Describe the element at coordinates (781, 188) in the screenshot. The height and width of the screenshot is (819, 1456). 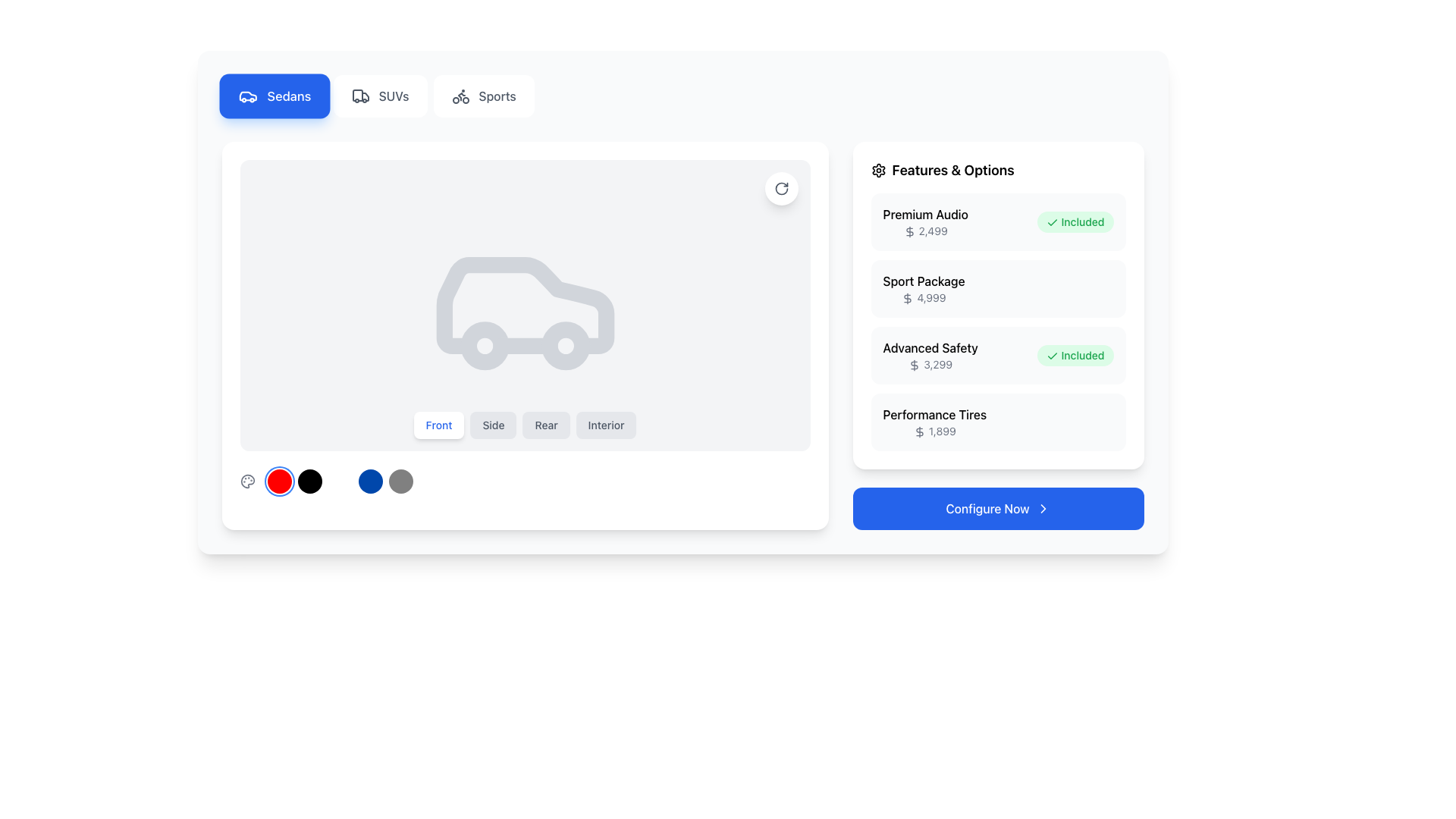
I see `the circular button with a white background and a gray outline featuring a clockwise rotation arrow icon in its center to reset` at that location.